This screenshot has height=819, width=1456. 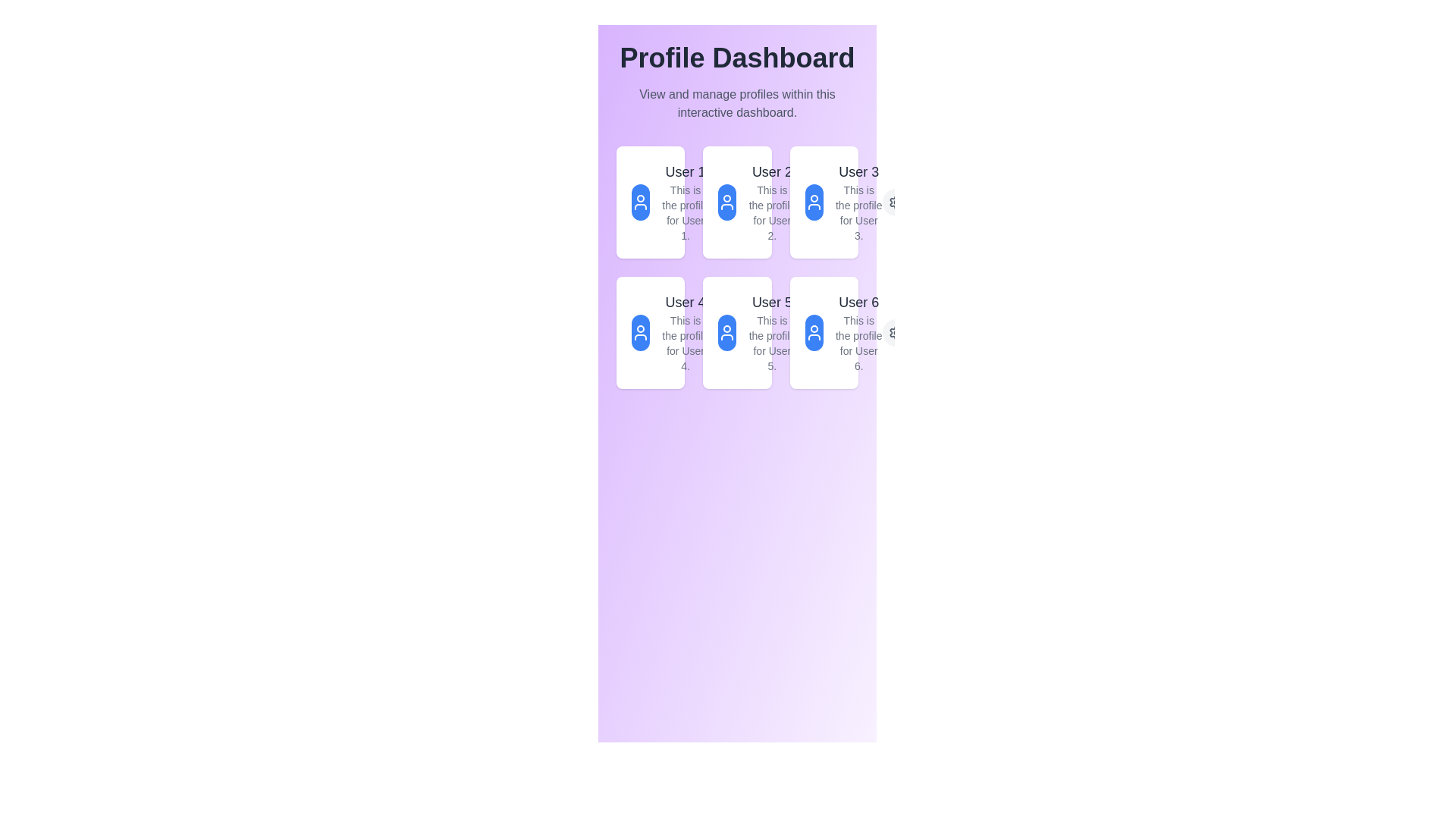 What do you see at coordinates (640, 201) in the screenshot?
I see `the user profile avatar icon button located at the top left corner of the 'User 1' card in the grid layout` at bounding box center [640, 201].